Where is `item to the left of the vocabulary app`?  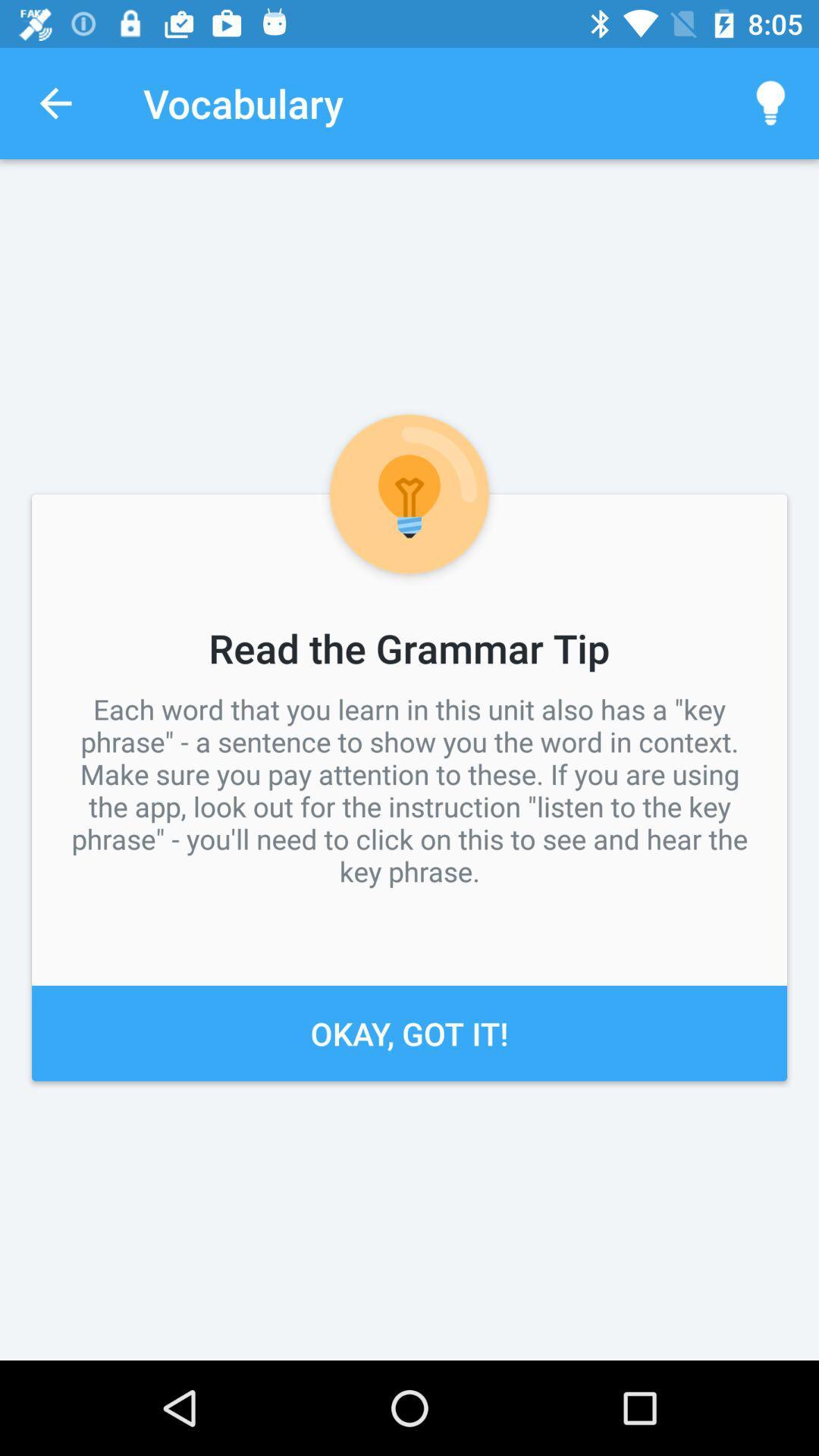
item to the left of the vocabulary app is located at coordinates (55, 102).